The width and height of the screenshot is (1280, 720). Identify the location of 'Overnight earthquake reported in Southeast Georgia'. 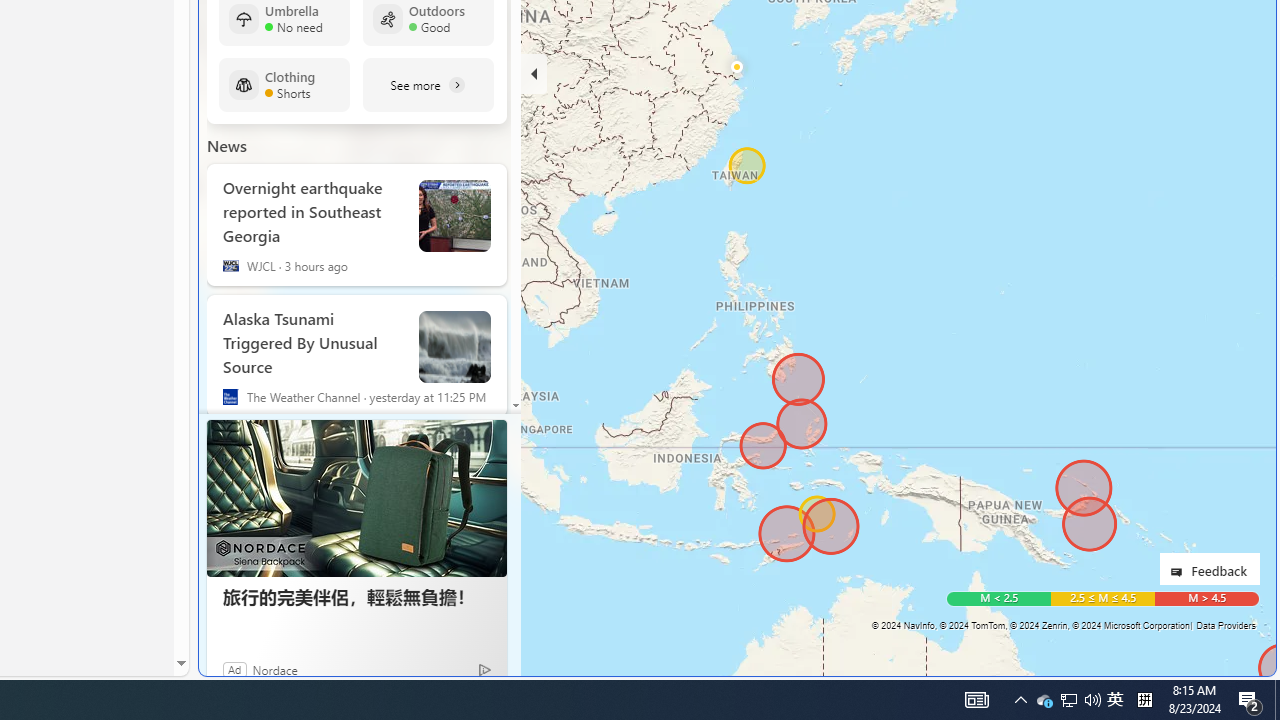
(311, 208).